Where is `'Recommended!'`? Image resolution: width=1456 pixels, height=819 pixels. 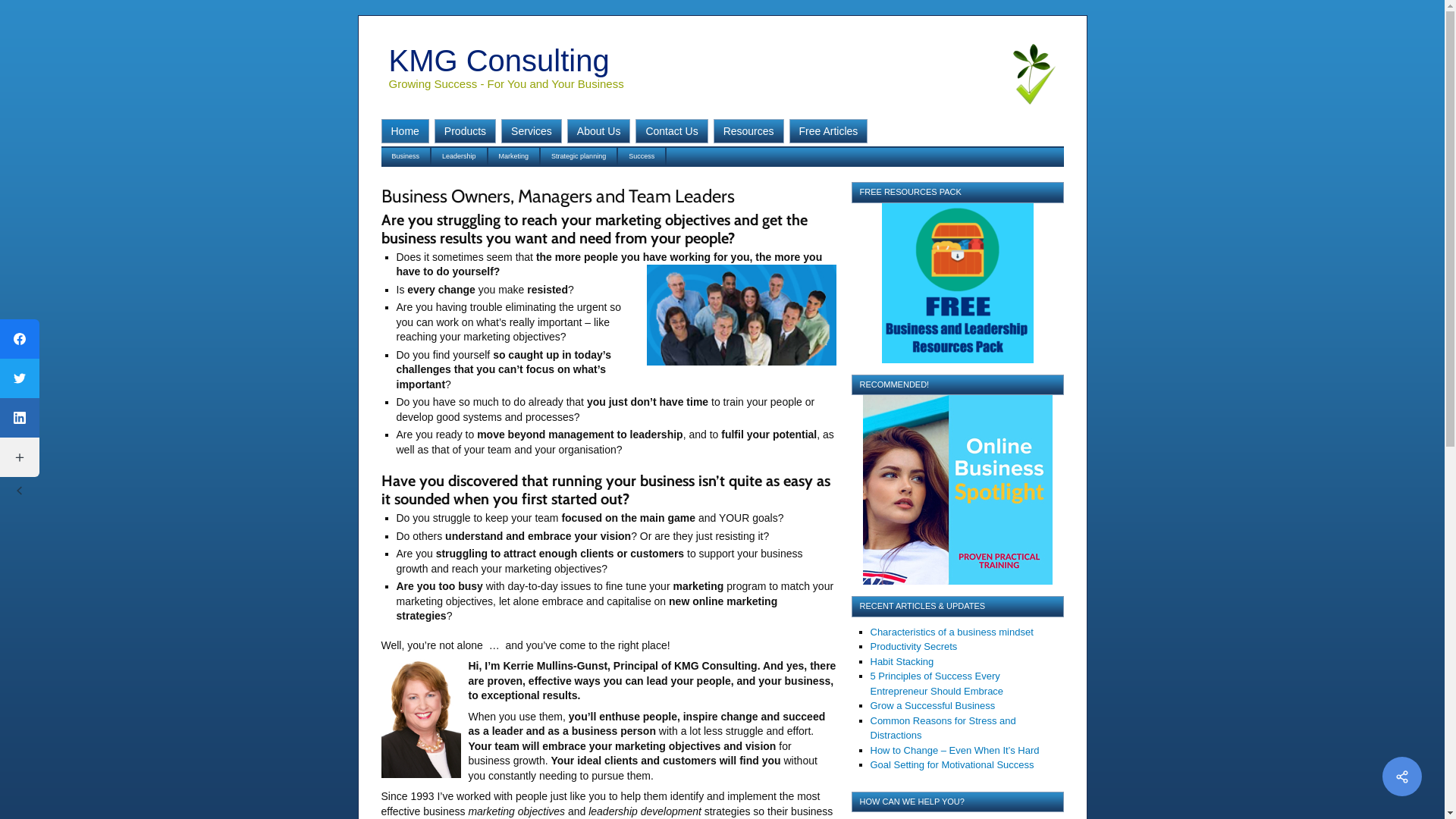 'Recommended!' is located at coordinates (956, 489).